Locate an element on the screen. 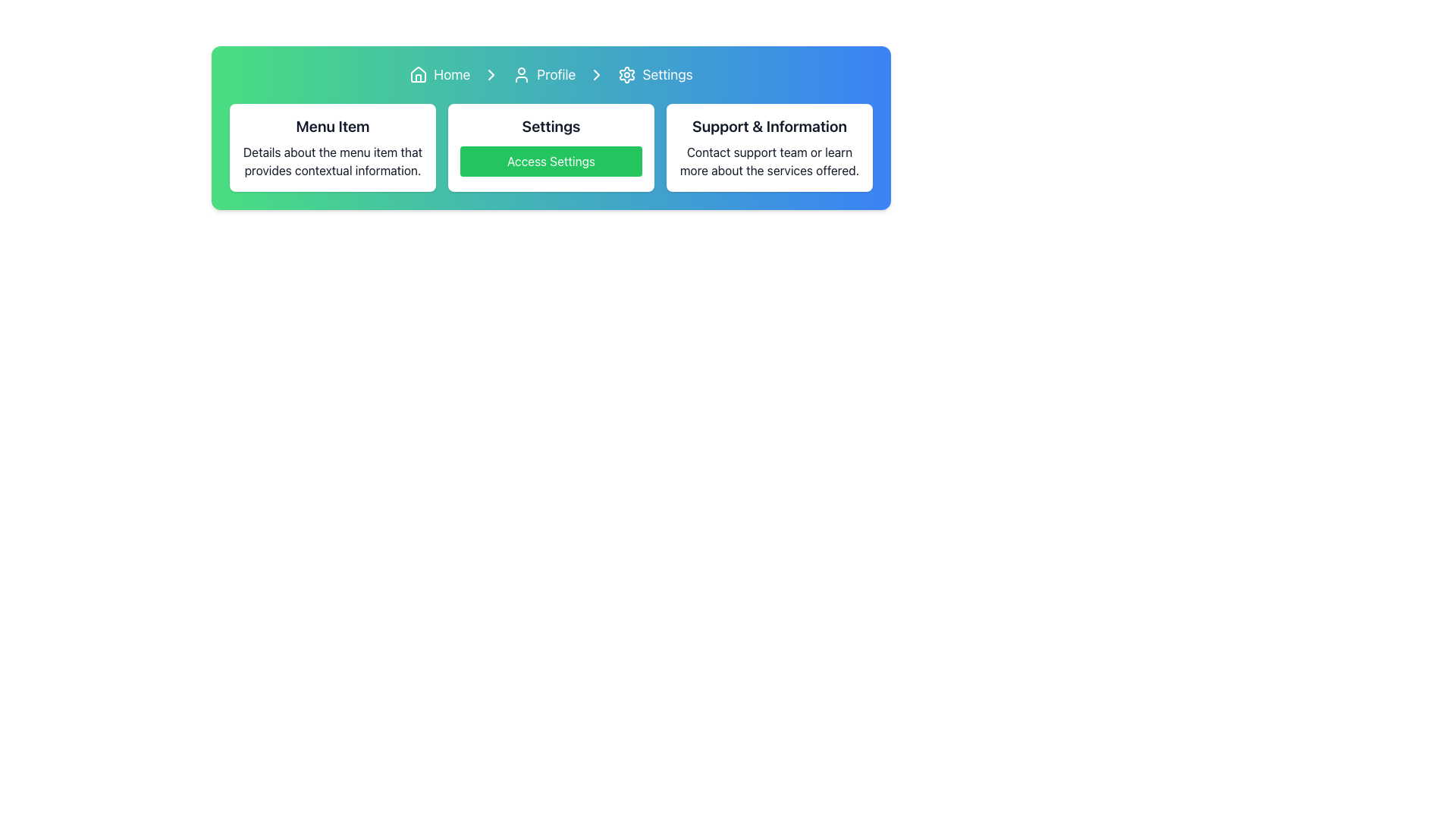 The width and height of the screenshot is (1456, 819). the text block that says 'Contact support team or learn more about the services offered.' located below the 'Support & Information' title in the card on the right side of the interface is located at coordinates (769, 161).